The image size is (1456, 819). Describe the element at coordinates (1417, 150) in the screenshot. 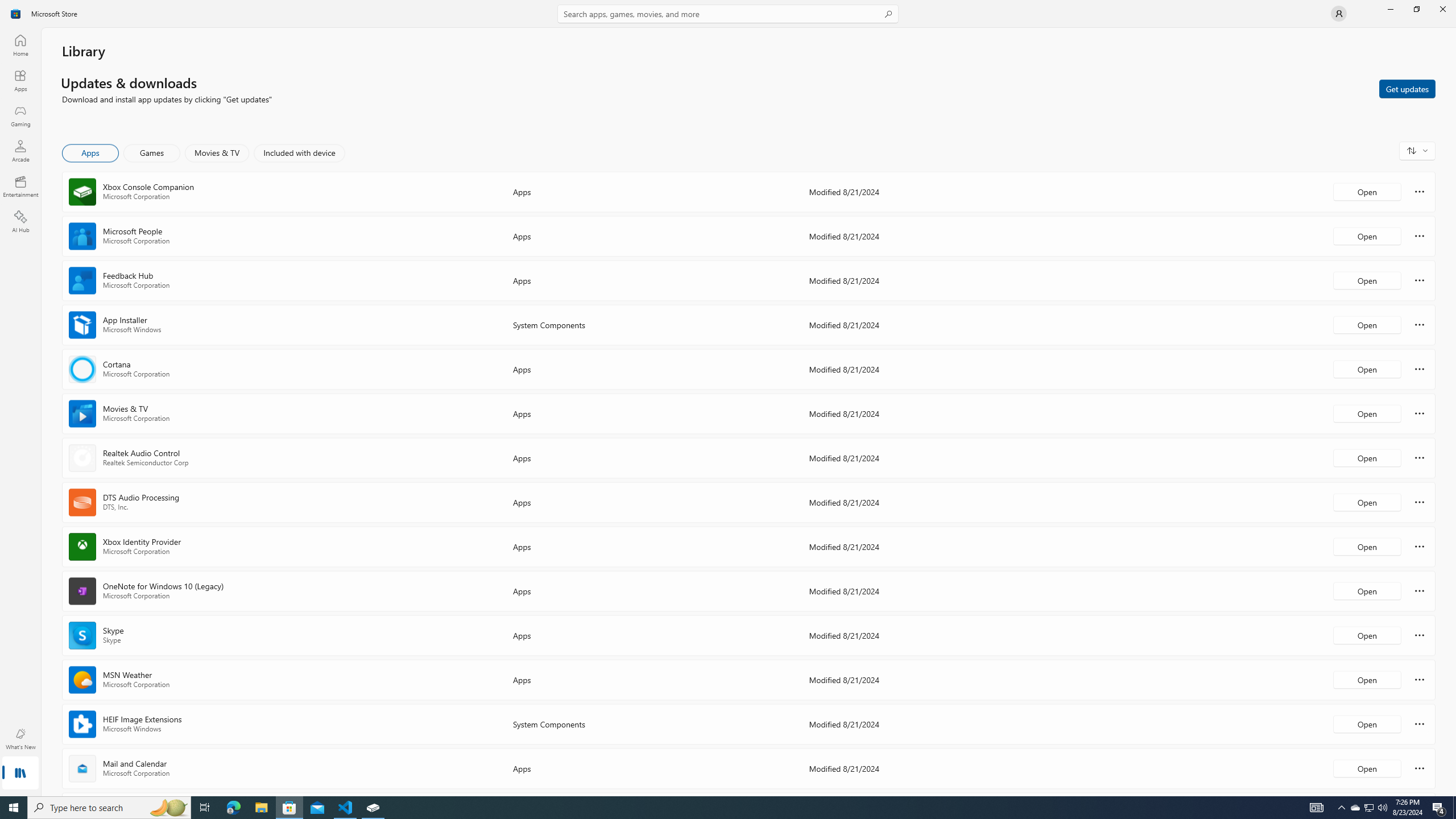

I see `'Sort and filter'` at that location.